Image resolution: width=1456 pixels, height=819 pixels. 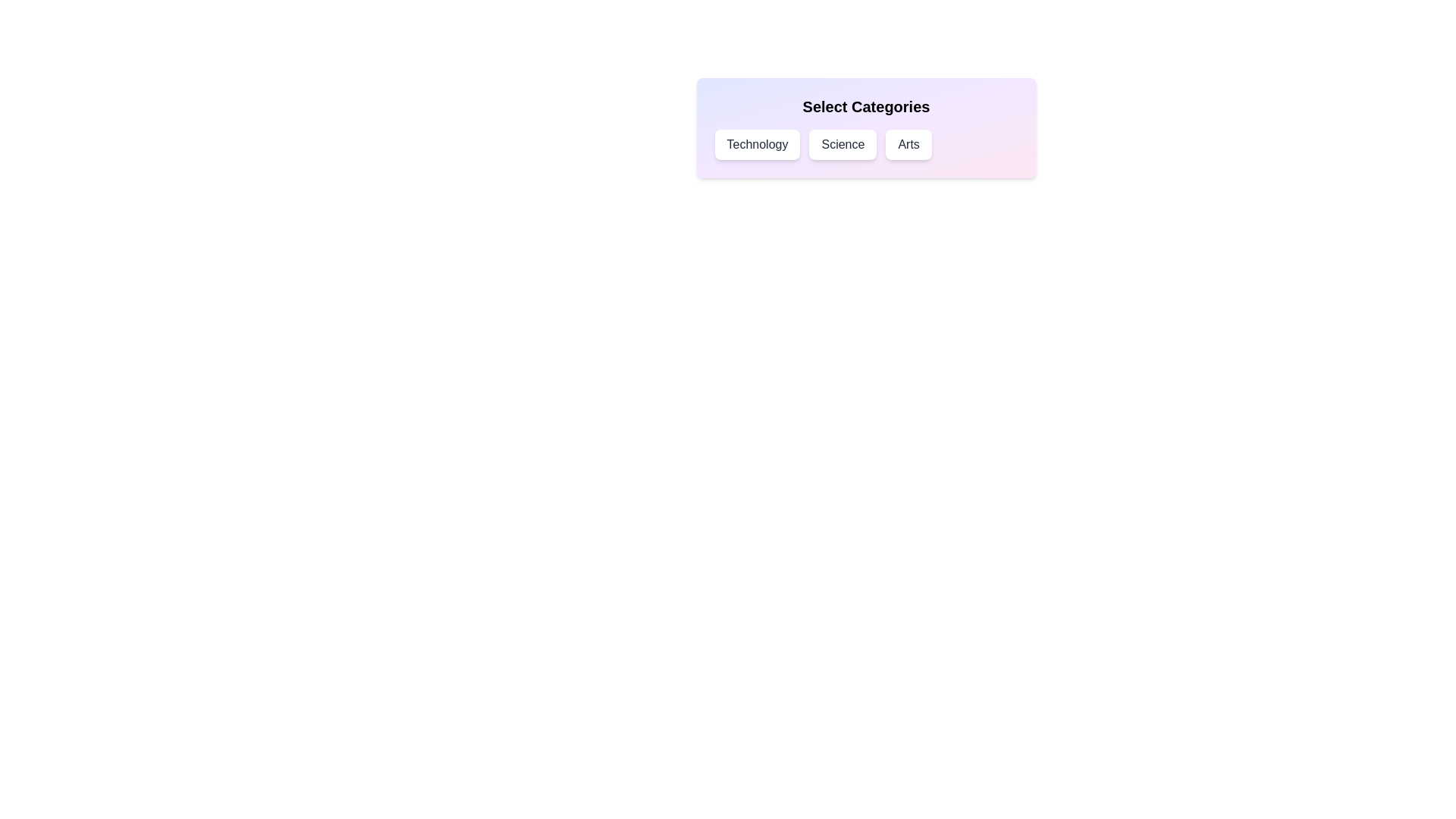 What do you see at coordinates (908, 145) in the screenshot?
I see `the Arts chip to toggle its selection state` at bounding box center [908, 145].